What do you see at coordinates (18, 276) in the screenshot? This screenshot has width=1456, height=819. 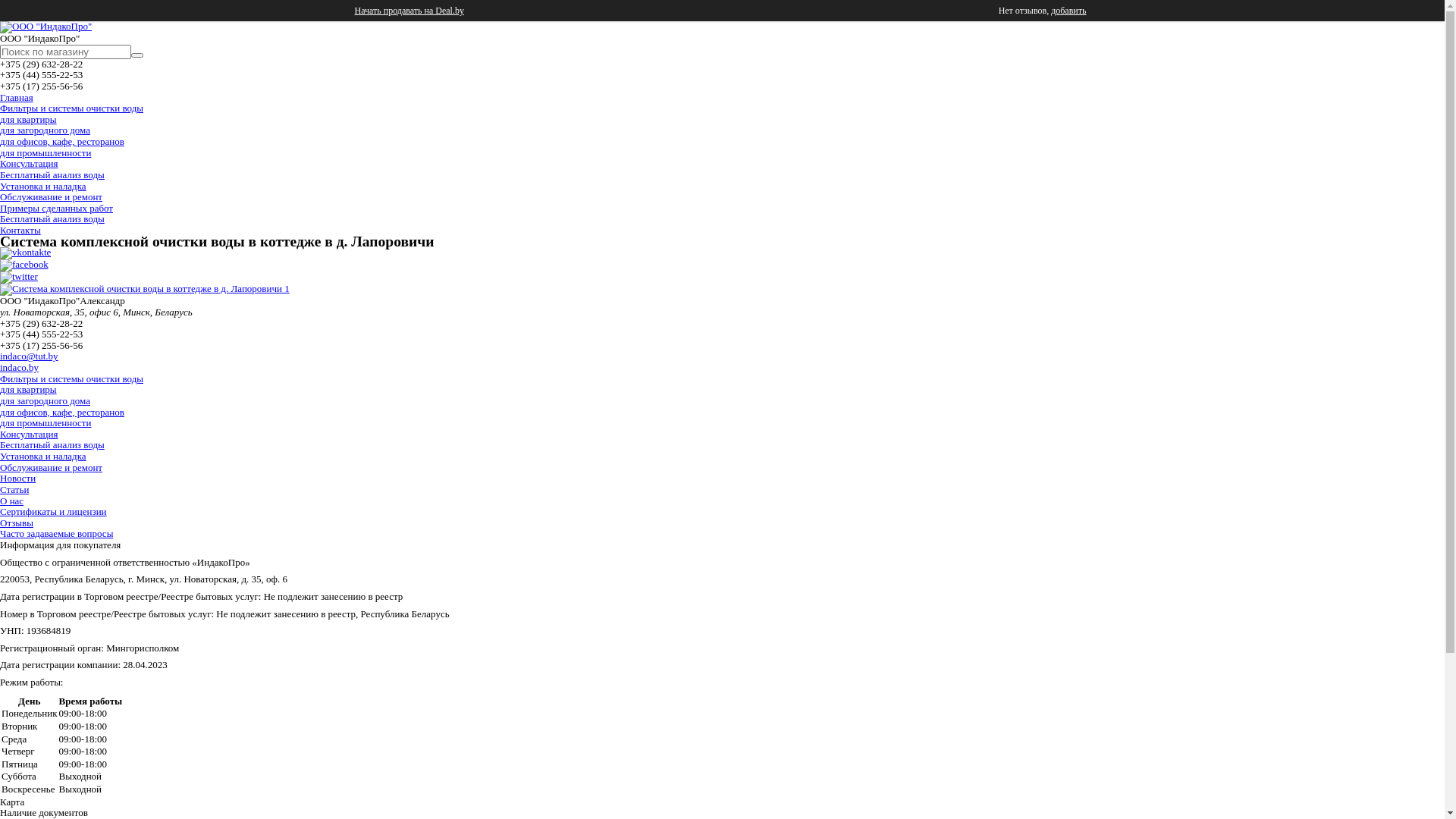 I see `'twitter'` at bounding box center [18, 276].